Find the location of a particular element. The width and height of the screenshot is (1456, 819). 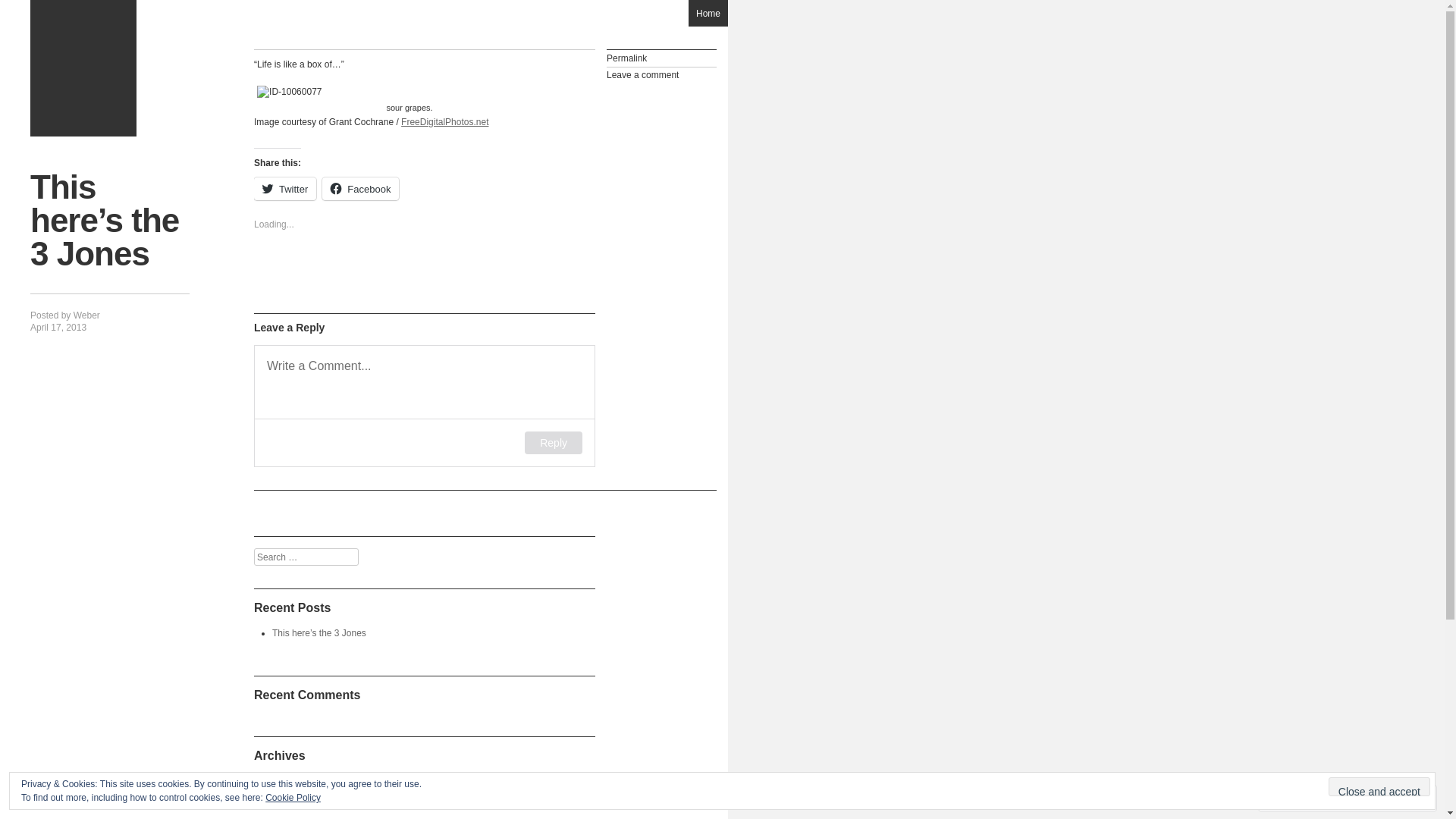

'Search' is located at coordinates (0, 9).